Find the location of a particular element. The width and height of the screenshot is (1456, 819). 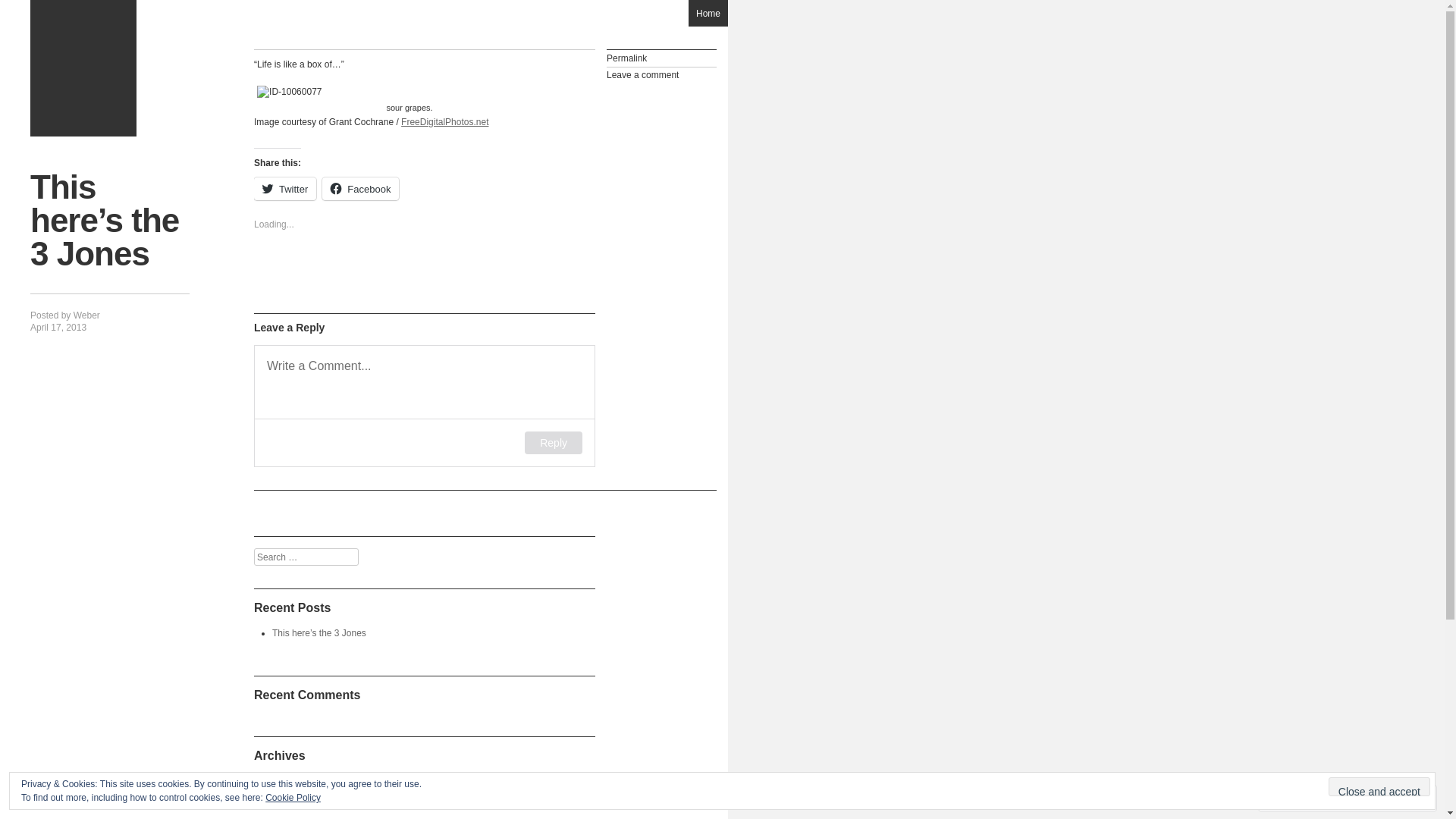

'Search' is located at coordinates (0, 9).